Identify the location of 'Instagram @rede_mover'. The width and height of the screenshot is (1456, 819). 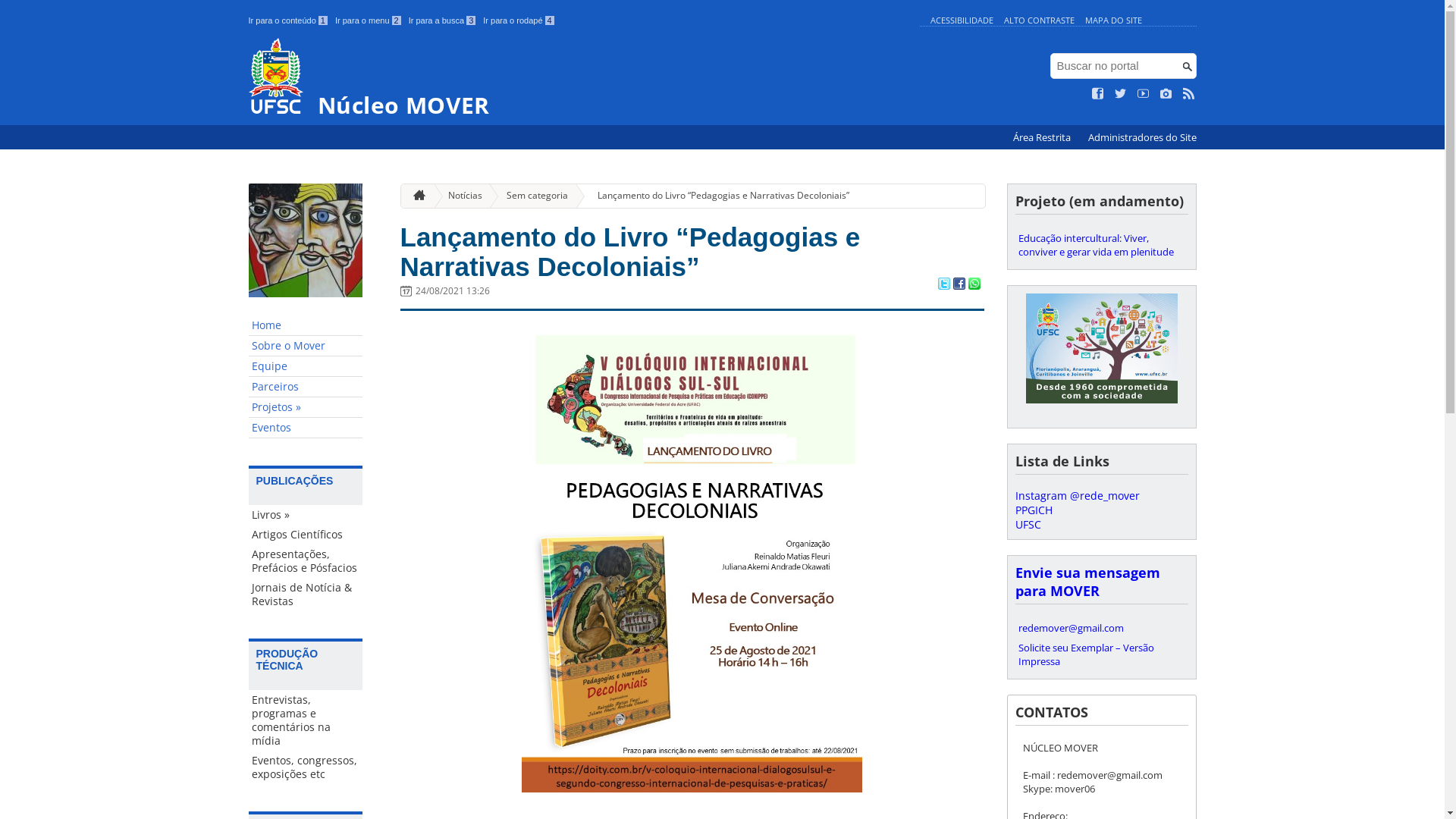
(1076, 495).